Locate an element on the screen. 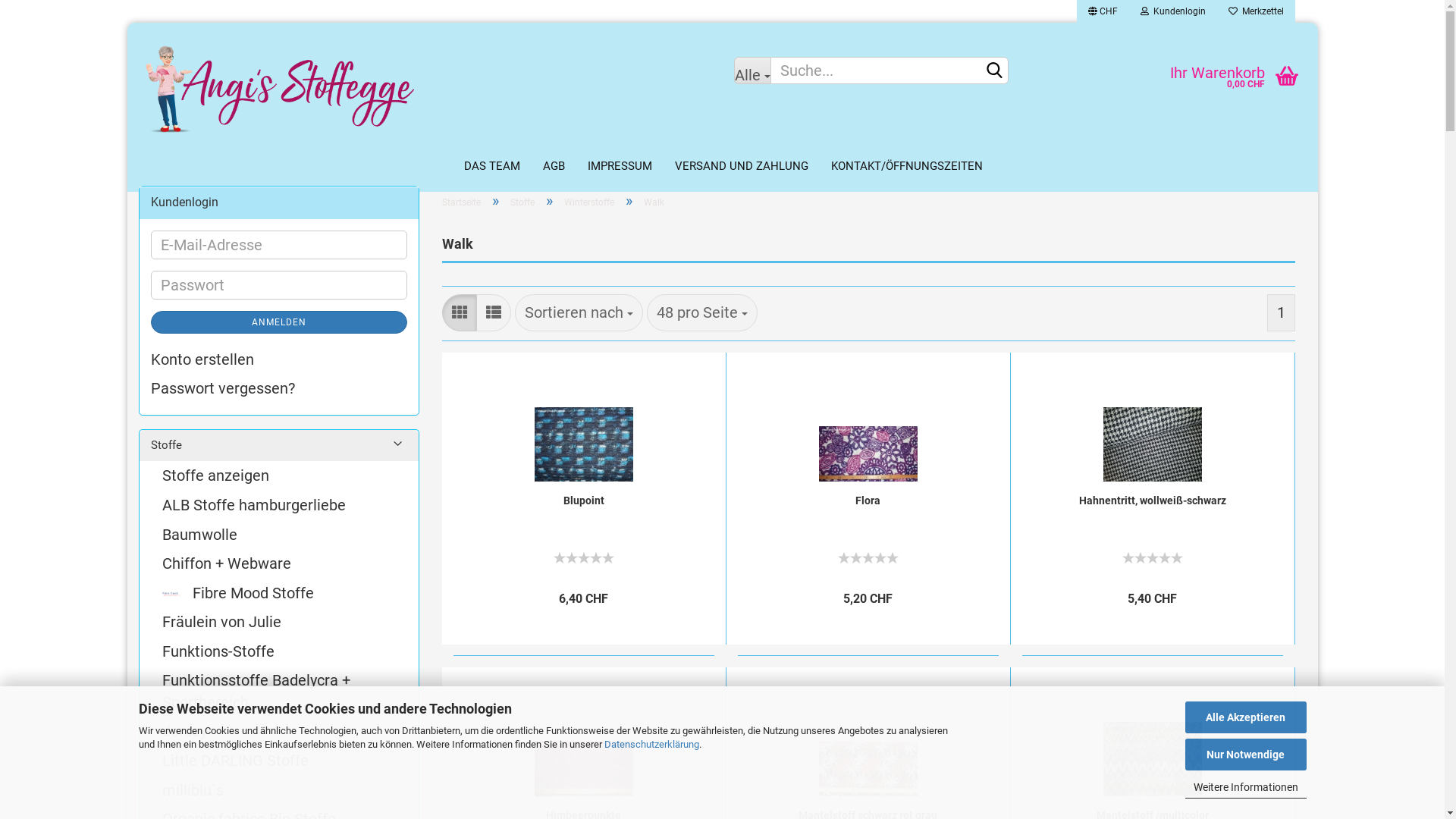 The height and width of the screenshot is (819, 1456). 'Ihr Warenkorb is located at coordinates (1168, 63).